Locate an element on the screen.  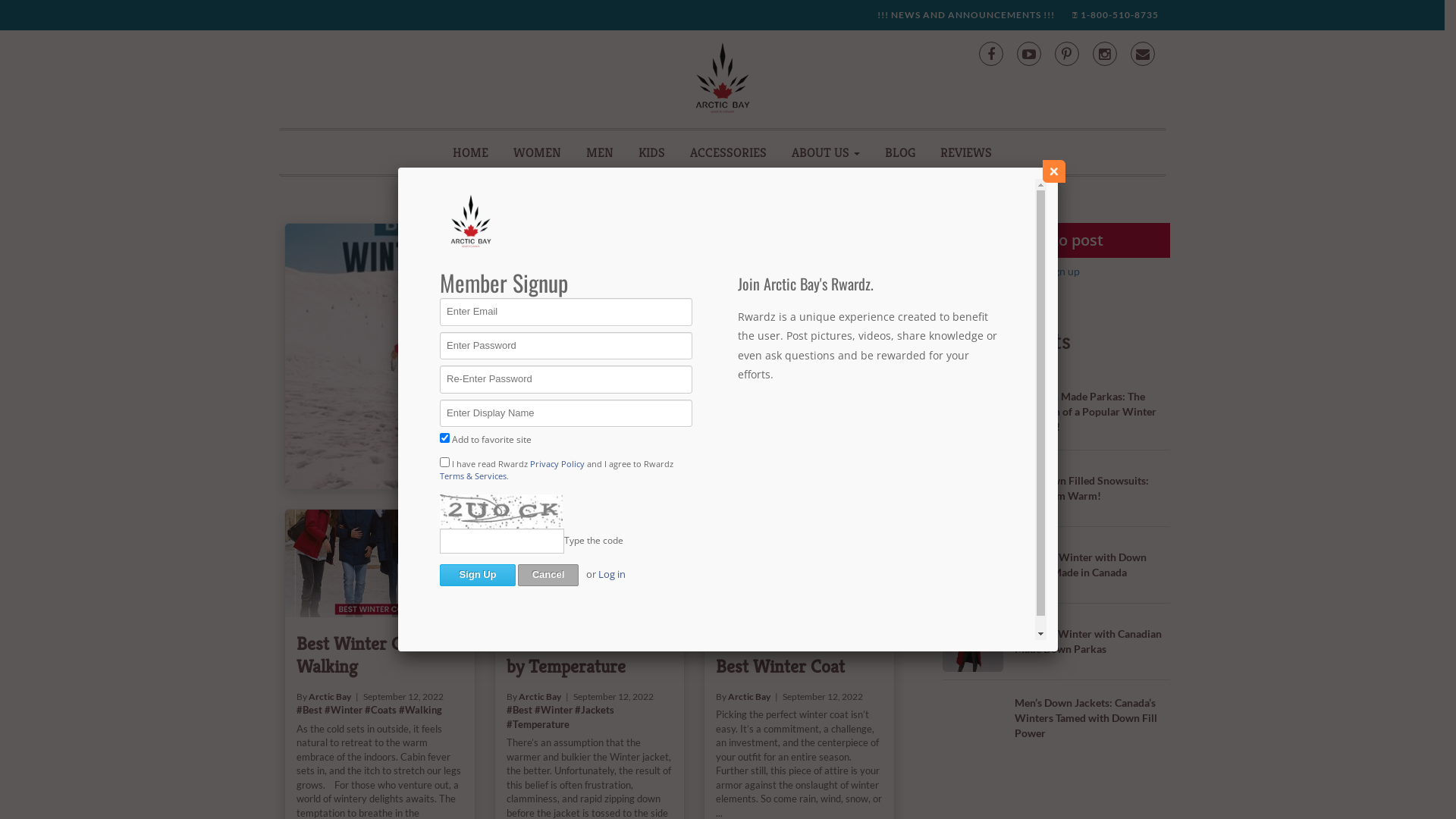
'Close' is located at coordinates (1053, 171).